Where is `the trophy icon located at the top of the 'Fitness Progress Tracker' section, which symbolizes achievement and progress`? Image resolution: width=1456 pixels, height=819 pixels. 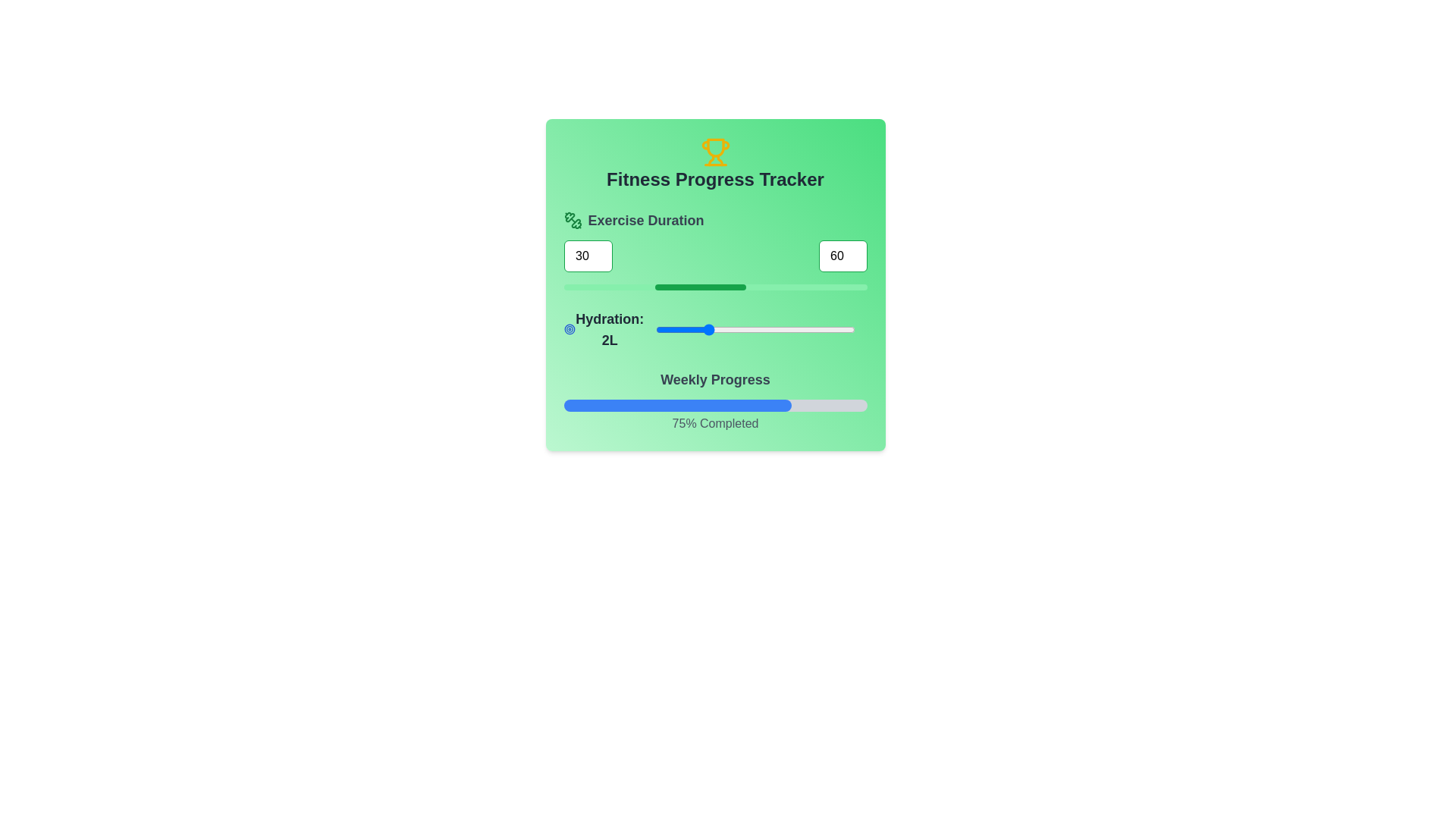 the trophy icon located at the top of the 'Fitness Progress Tracker' section, which symbolizes achievement and progress is located at coordinates (714, 152).